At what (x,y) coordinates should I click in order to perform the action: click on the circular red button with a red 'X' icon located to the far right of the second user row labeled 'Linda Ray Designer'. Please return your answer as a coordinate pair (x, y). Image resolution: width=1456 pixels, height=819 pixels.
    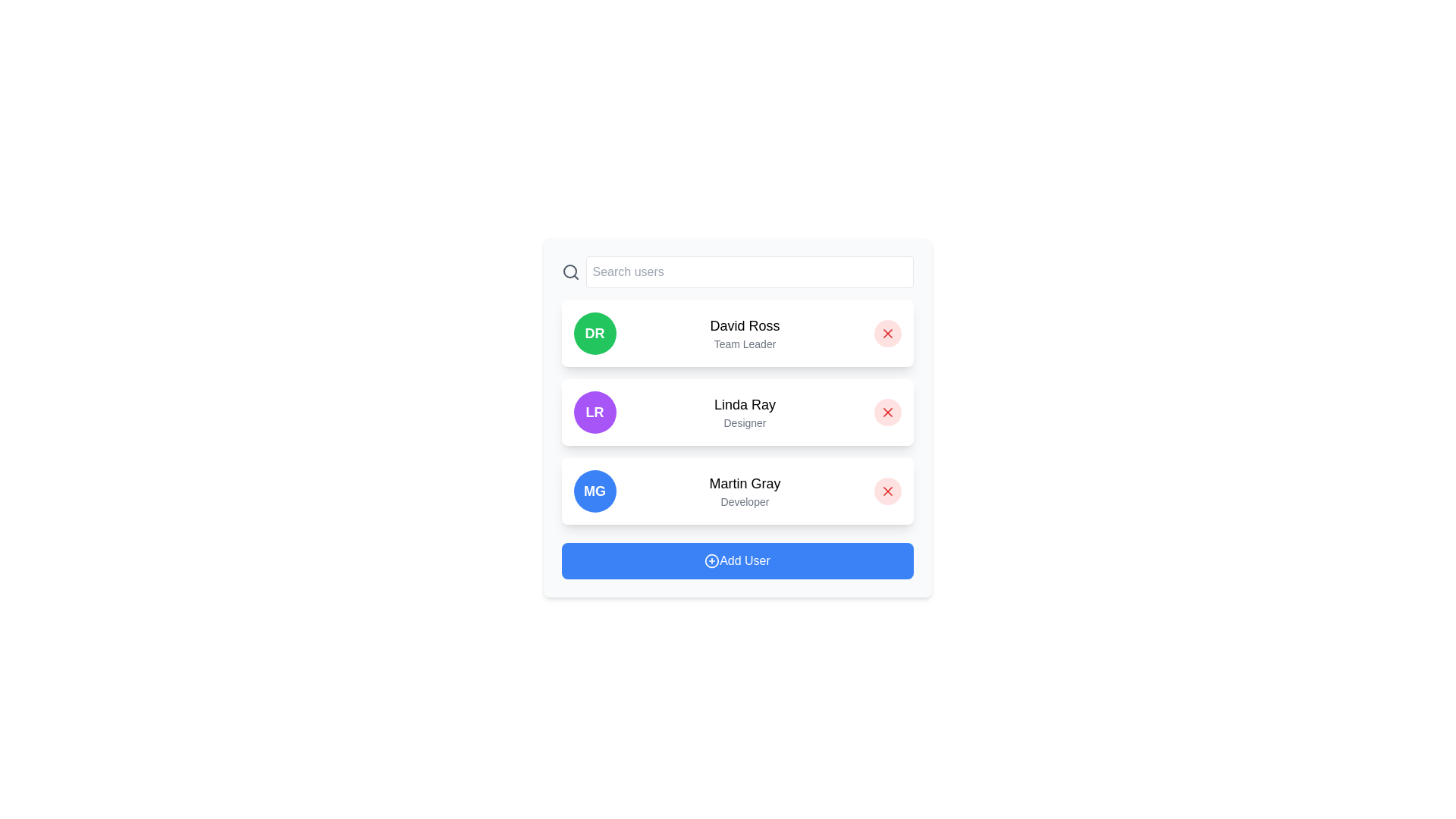
    Looking at the image, I should click on (887, 412).